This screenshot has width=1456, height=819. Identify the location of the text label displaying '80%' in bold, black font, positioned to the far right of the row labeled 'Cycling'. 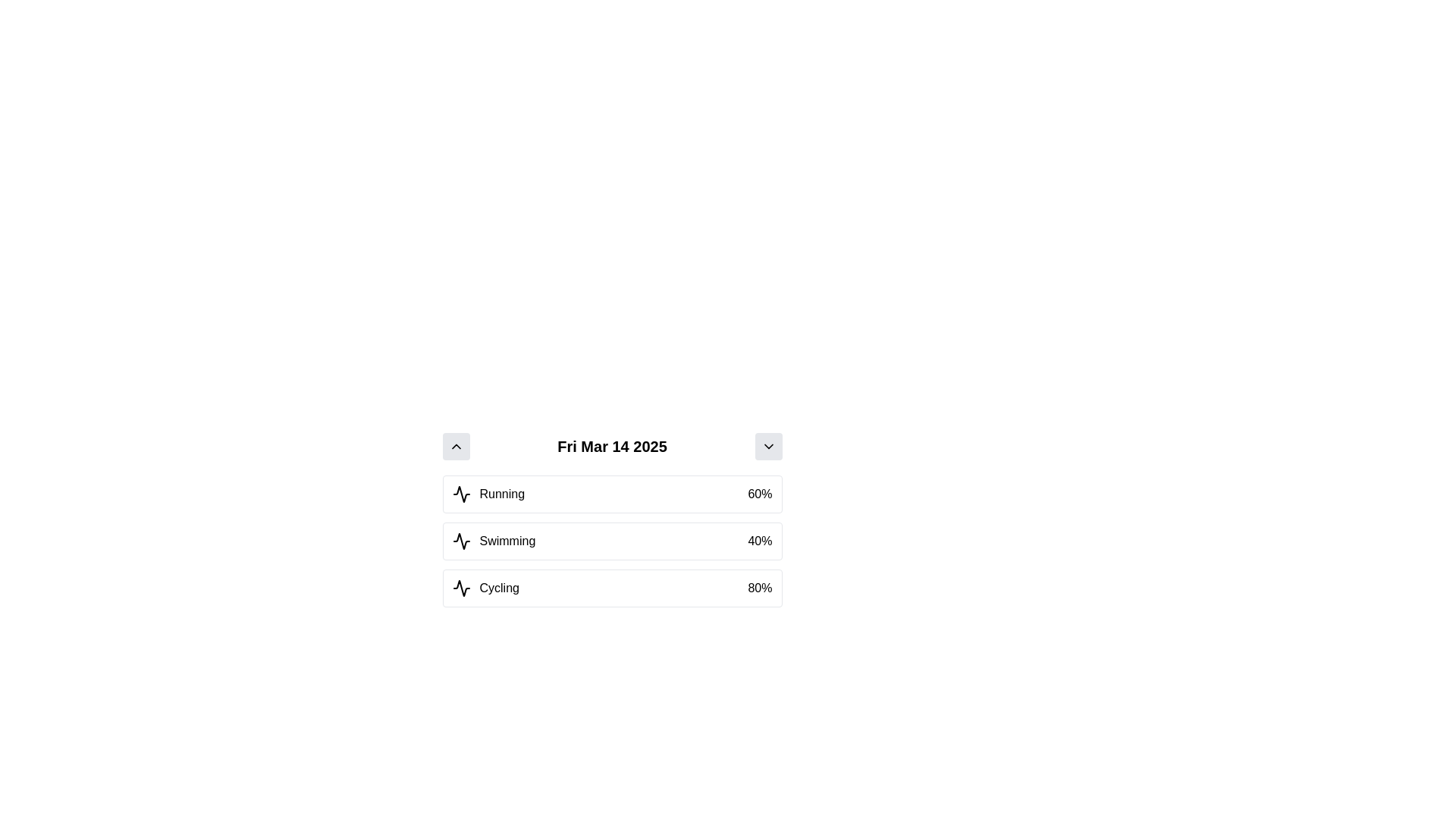
(760, 587).